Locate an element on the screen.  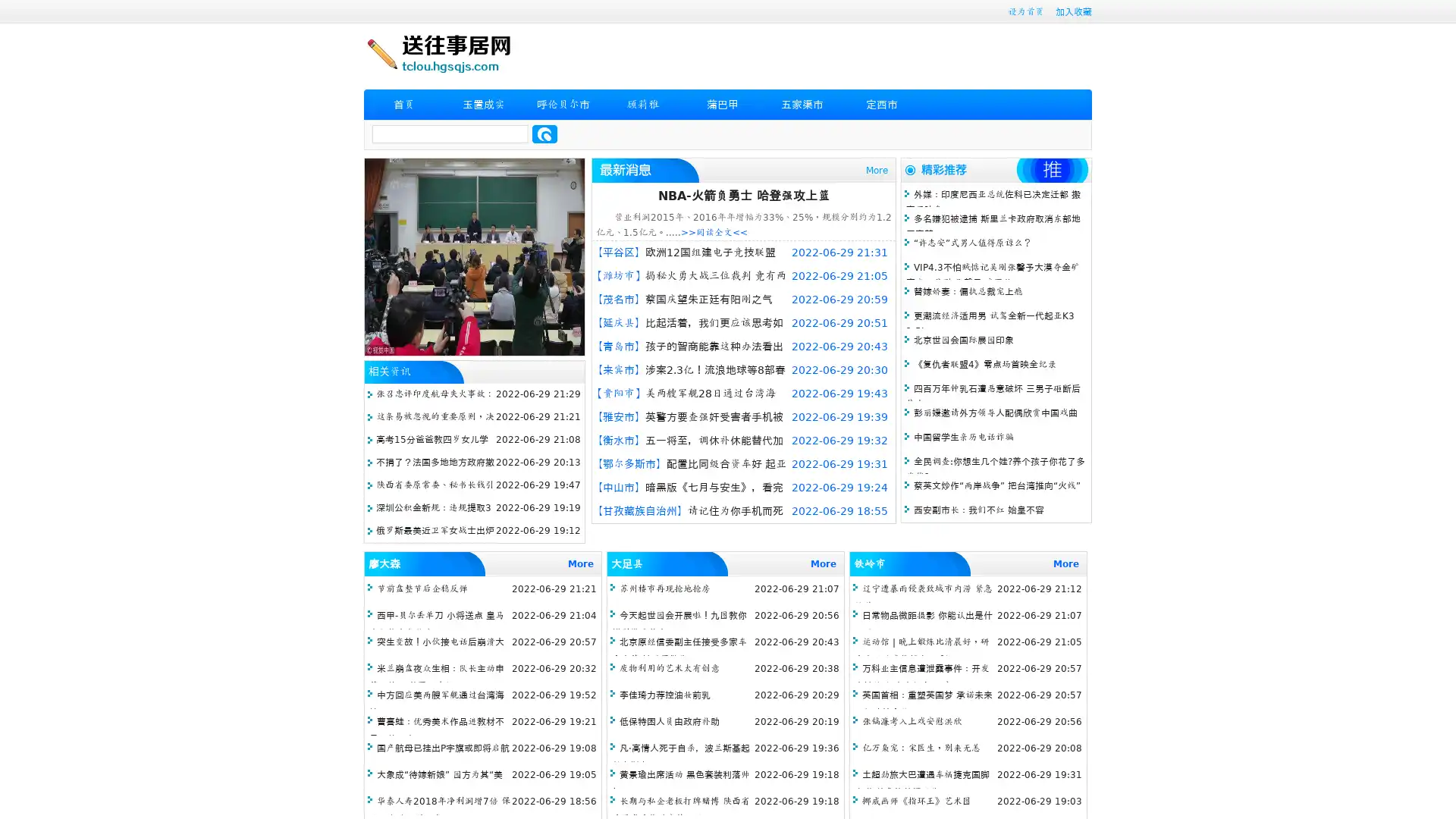
Search is located at coordinates (544, 133).